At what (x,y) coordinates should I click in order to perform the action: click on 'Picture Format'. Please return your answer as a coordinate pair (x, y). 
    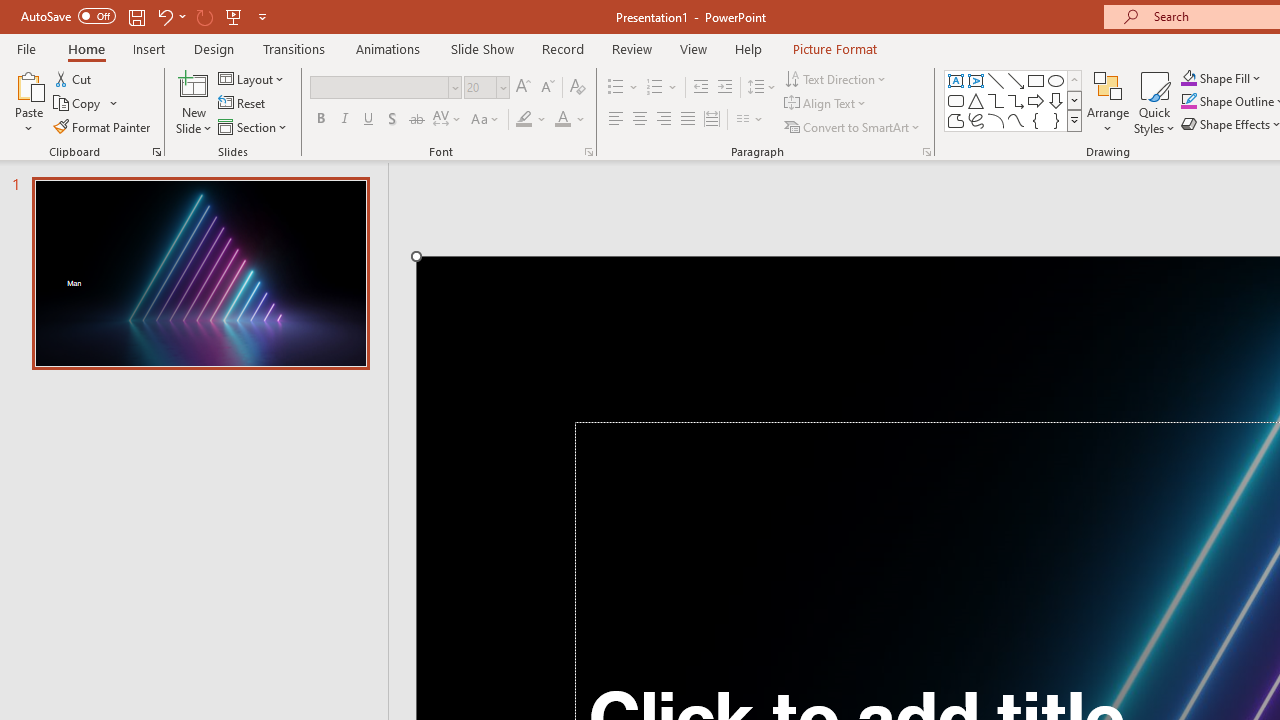
    Looking at the image, I should click on (835, 48).